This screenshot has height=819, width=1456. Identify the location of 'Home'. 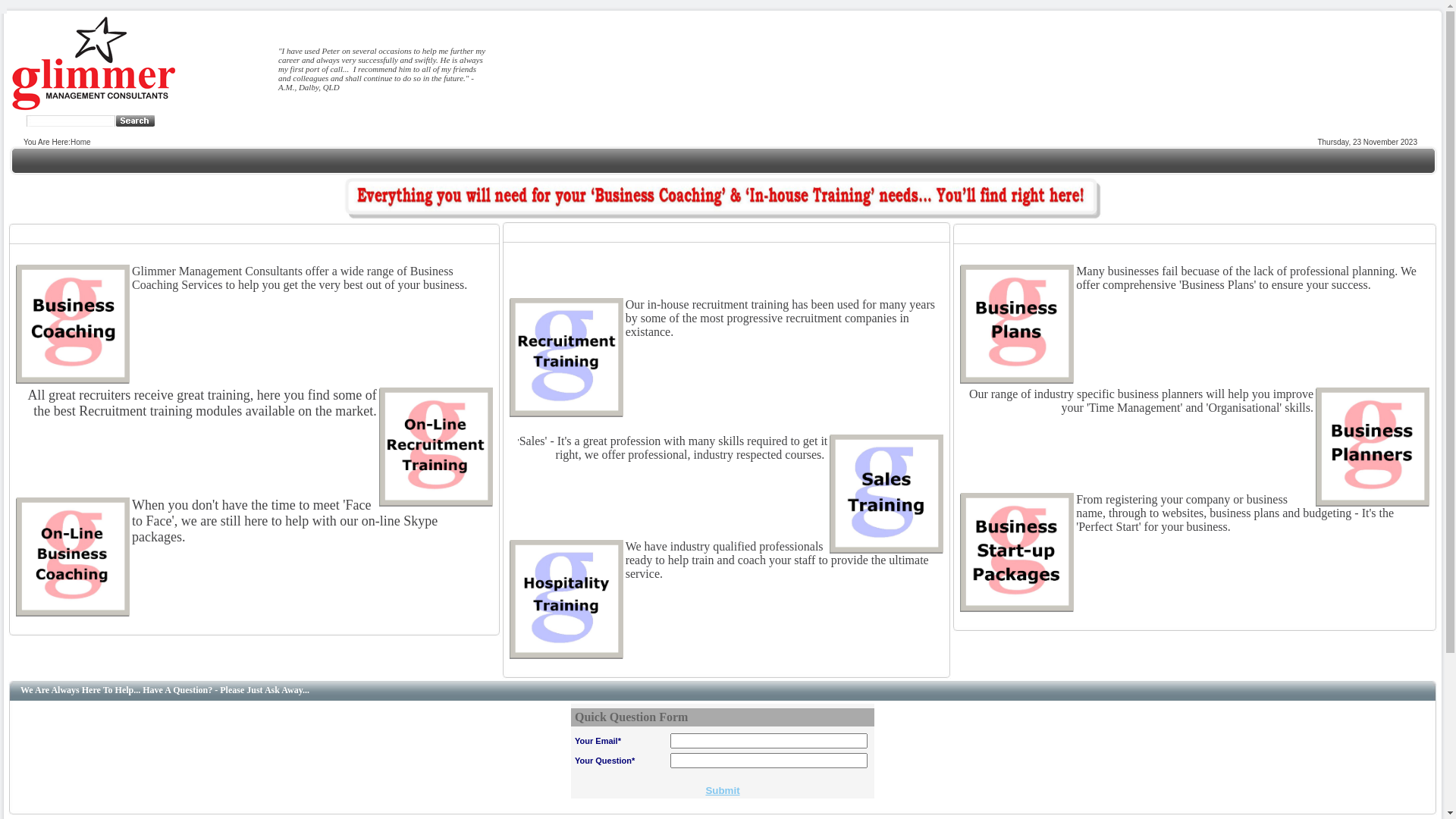
(69, 142).